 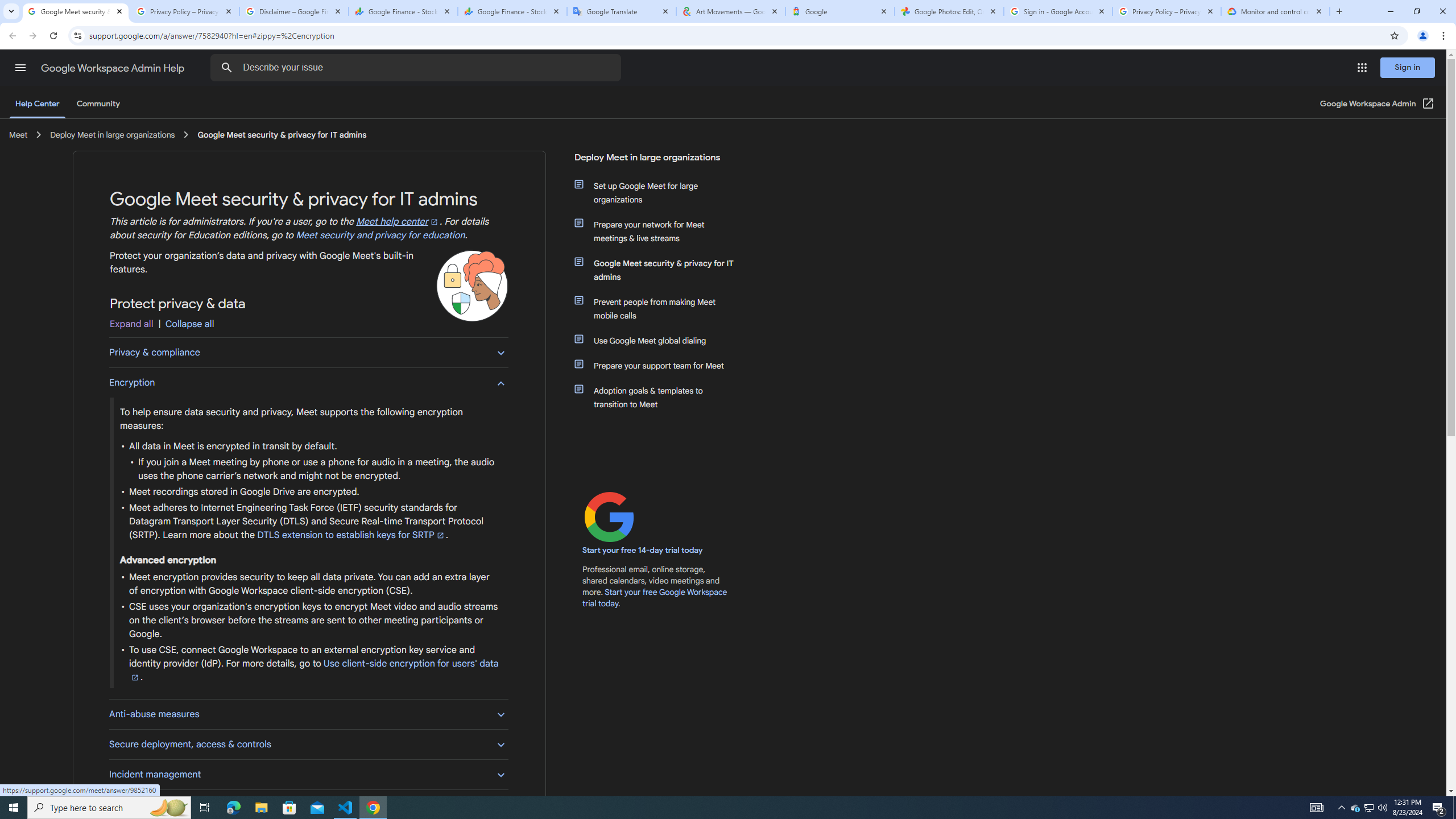 I want to click on 'DTLS extension to establish keys for SRTP', so click(x=351, y=535).